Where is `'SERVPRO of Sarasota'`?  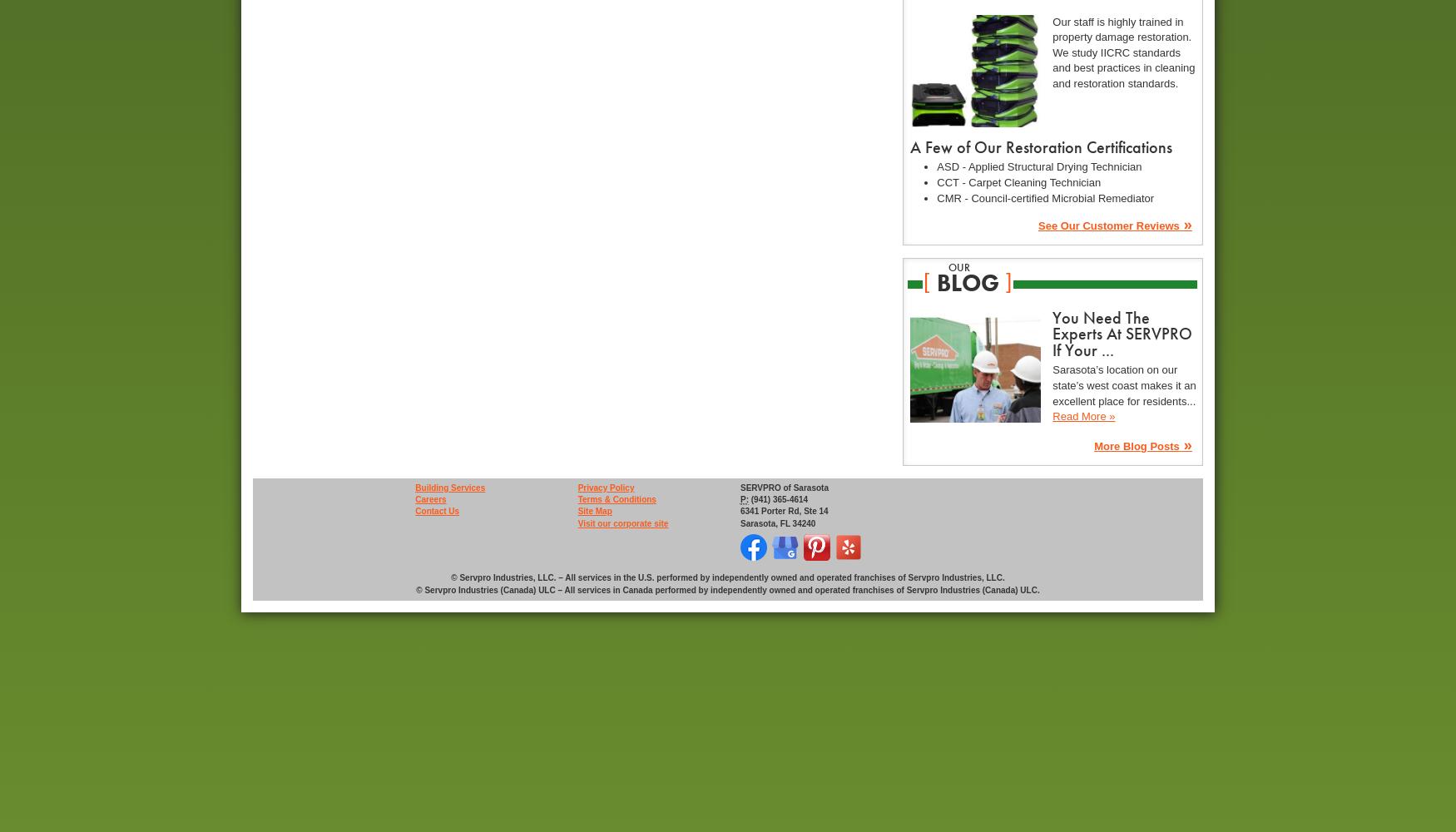 'SERVPRO of Sarasota' is located at coordinates (784, 486).